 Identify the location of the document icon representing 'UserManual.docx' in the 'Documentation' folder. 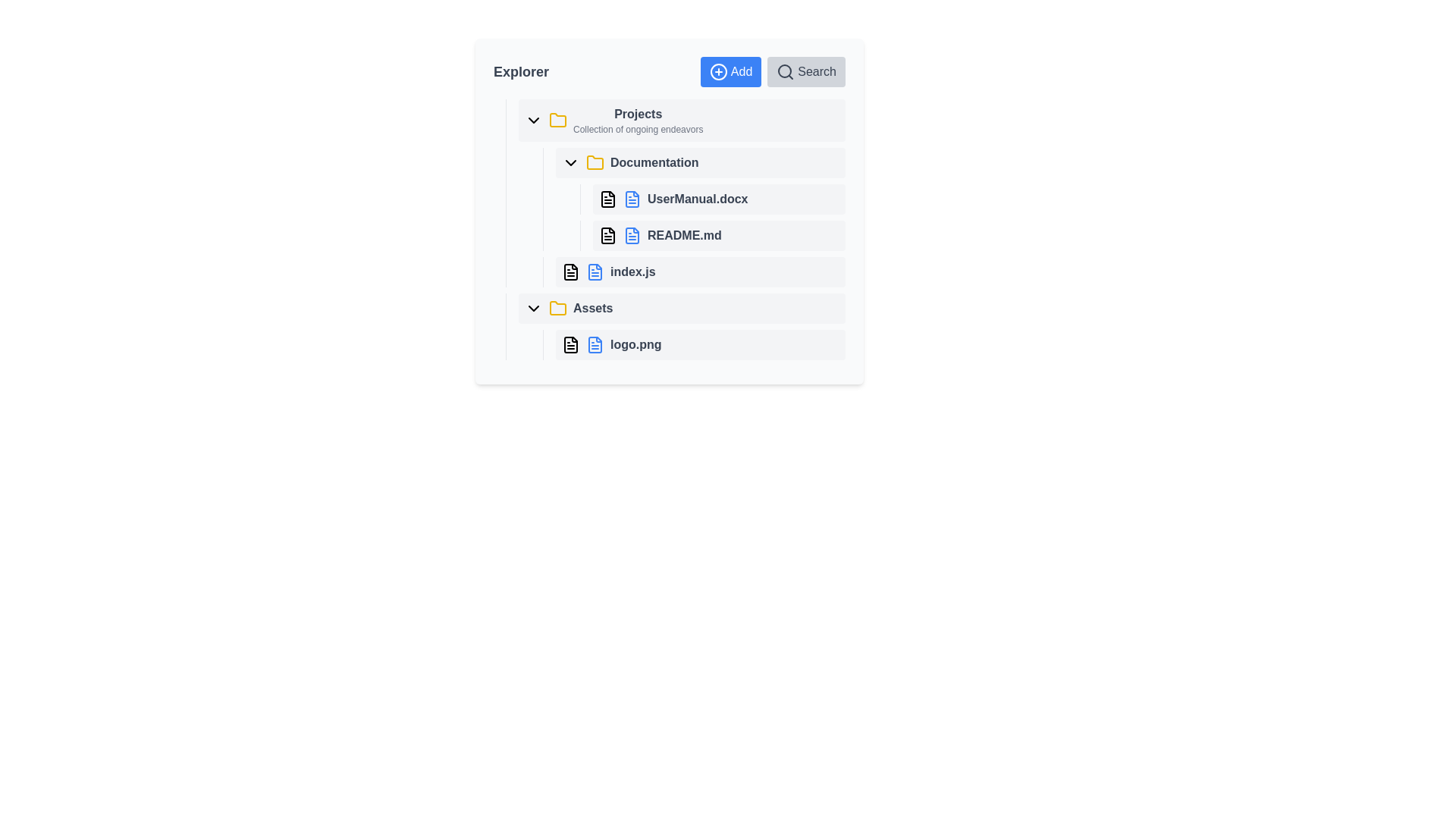
(607, 198).